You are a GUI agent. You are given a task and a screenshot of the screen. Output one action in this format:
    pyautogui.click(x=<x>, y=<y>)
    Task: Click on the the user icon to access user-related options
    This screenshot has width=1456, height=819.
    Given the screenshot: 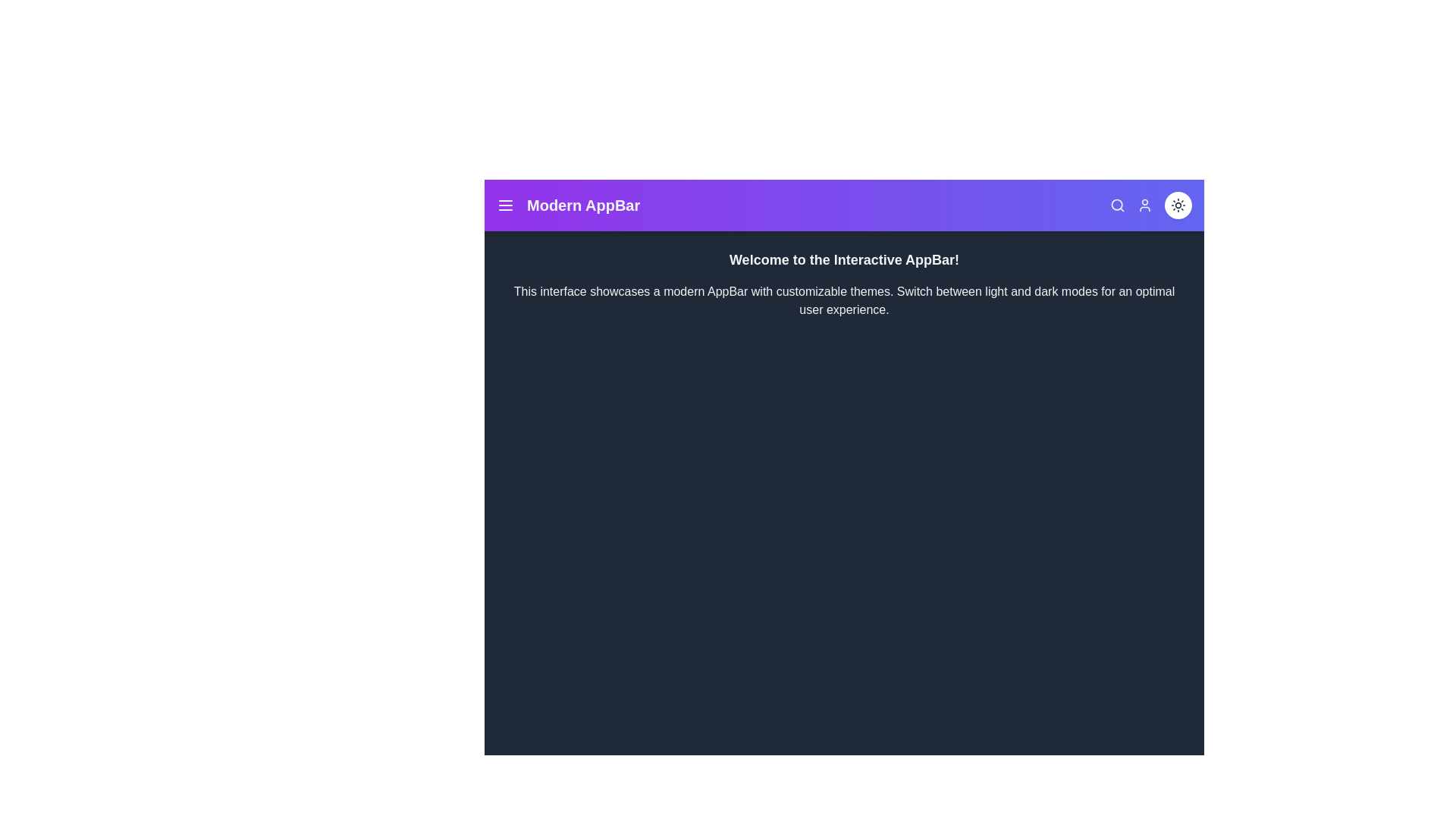 What is the action you would take?
    pyautogui.click(x=1145, y=205)
    